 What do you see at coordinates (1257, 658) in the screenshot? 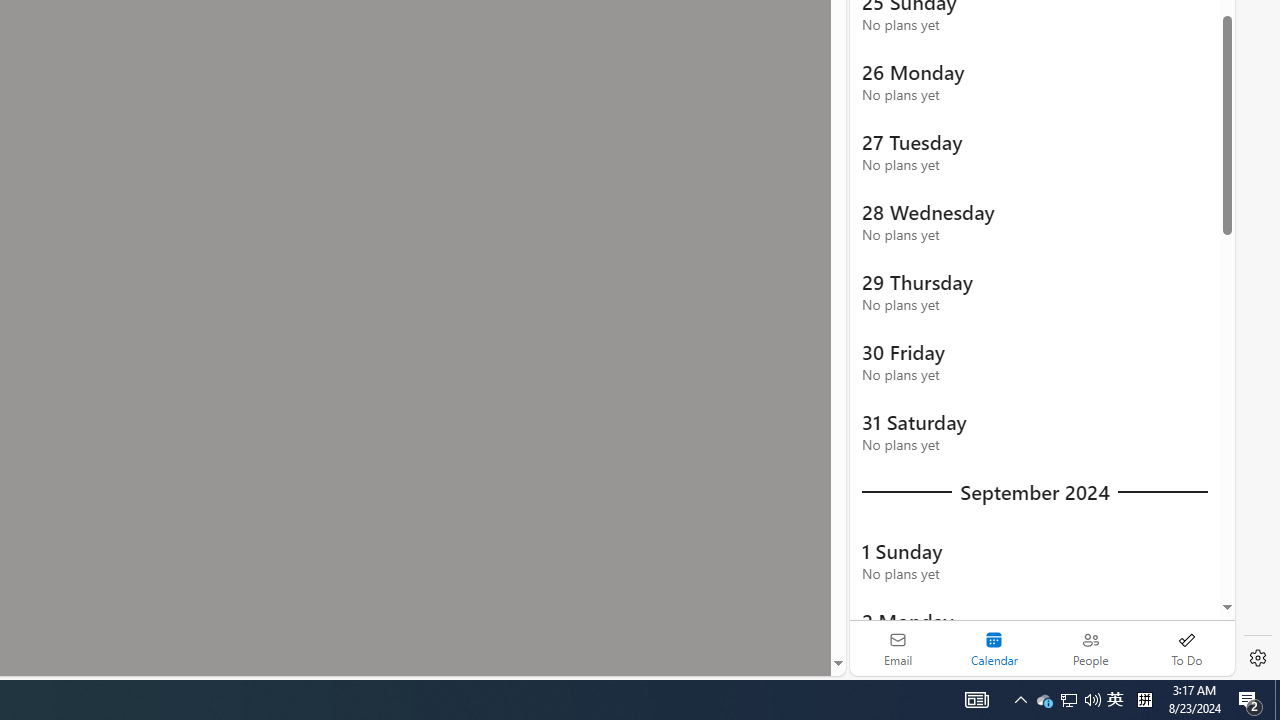
I see `'Settings'` at bounding box center [1257, 658].